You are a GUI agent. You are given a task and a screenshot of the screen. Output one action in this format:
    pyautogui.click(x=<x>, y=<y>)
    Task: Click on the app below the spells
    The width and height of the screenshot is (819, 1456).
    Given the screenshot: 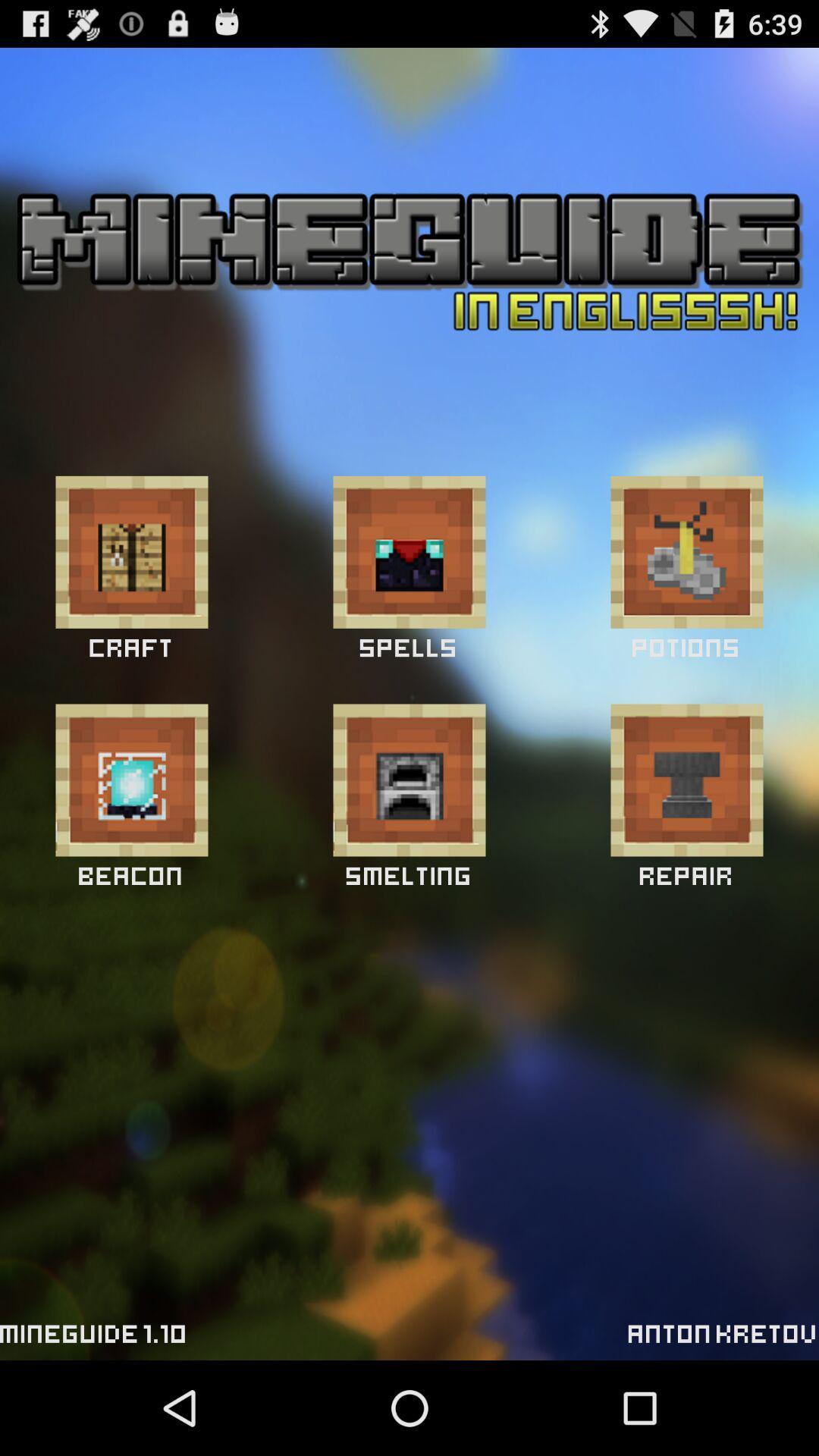 What is the action you would take?
    pyautogui.click(x=409, y=780)
    